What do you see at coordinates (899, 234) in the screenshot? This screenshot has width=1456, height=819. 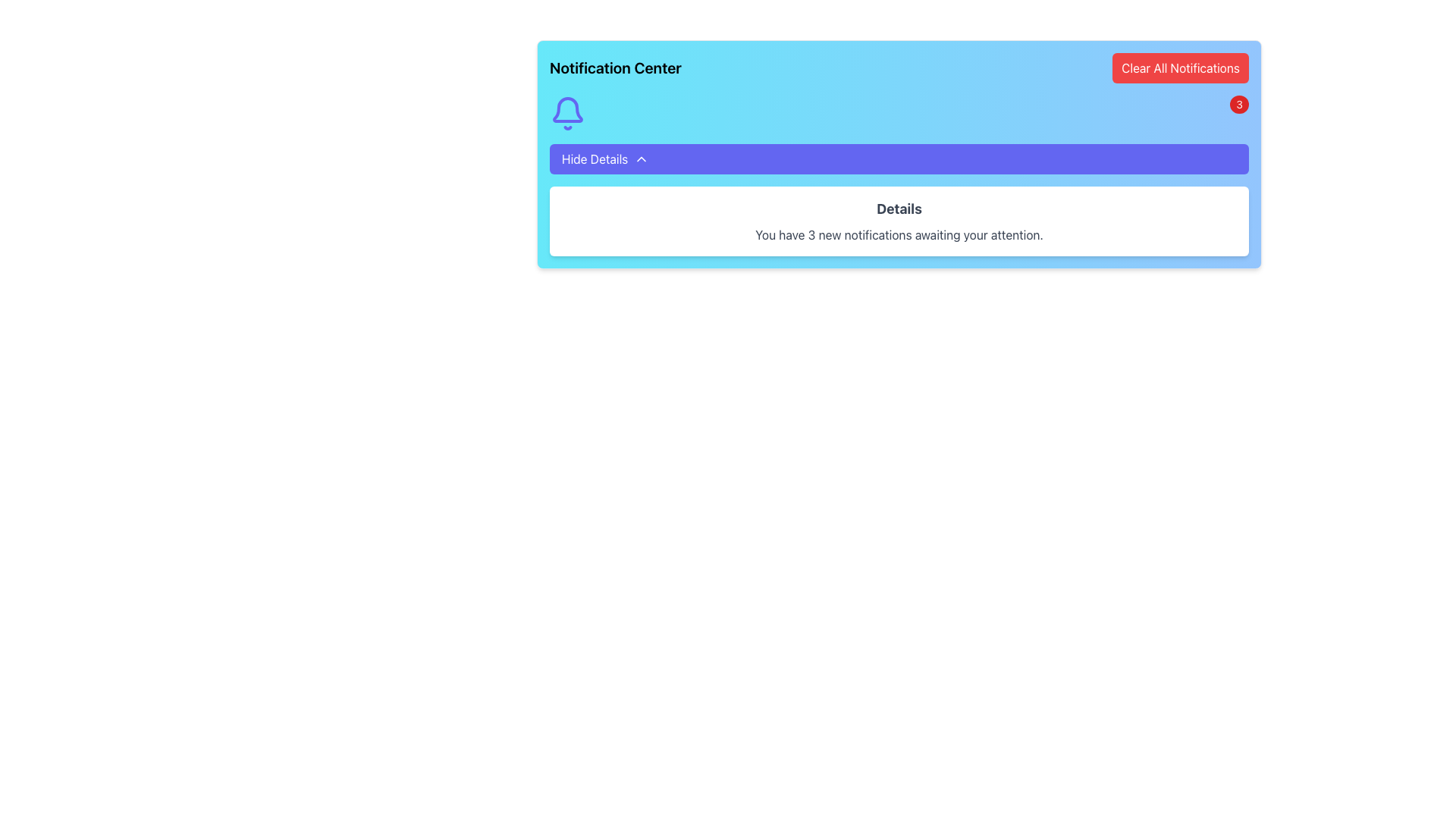 I see `the text element displaying 'You have 3 new notifications awaiting your attention.' which is located directly below the bold heading 'Details'` at bounding box center [899, 234].